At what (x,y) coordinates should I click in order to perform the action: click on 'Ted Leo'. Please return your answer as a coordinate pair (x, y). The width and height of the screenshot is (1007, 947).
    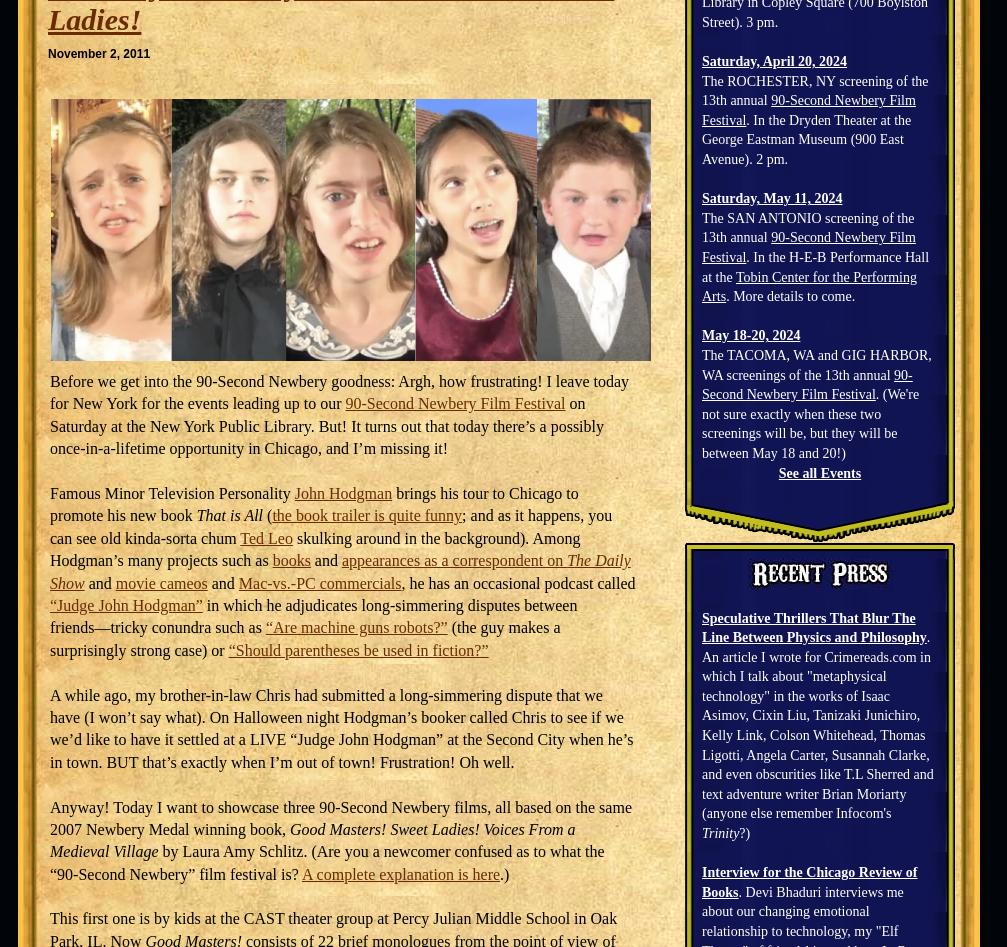
    Looking at the image, I should click on (266, 536).